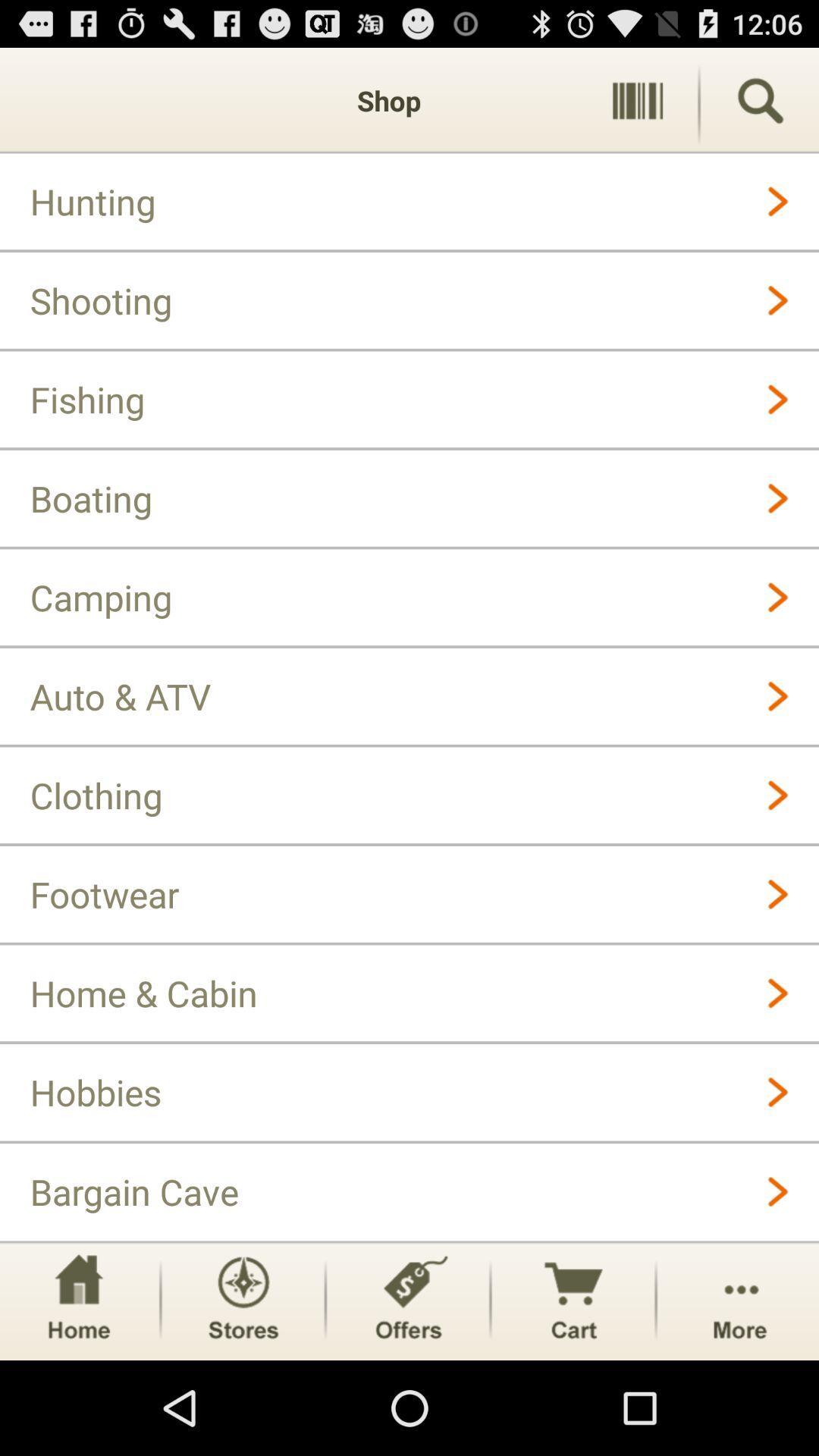 The width and height of the screenshot is (819, 1456). I want to click on the third option from last, so click(406, 1300).